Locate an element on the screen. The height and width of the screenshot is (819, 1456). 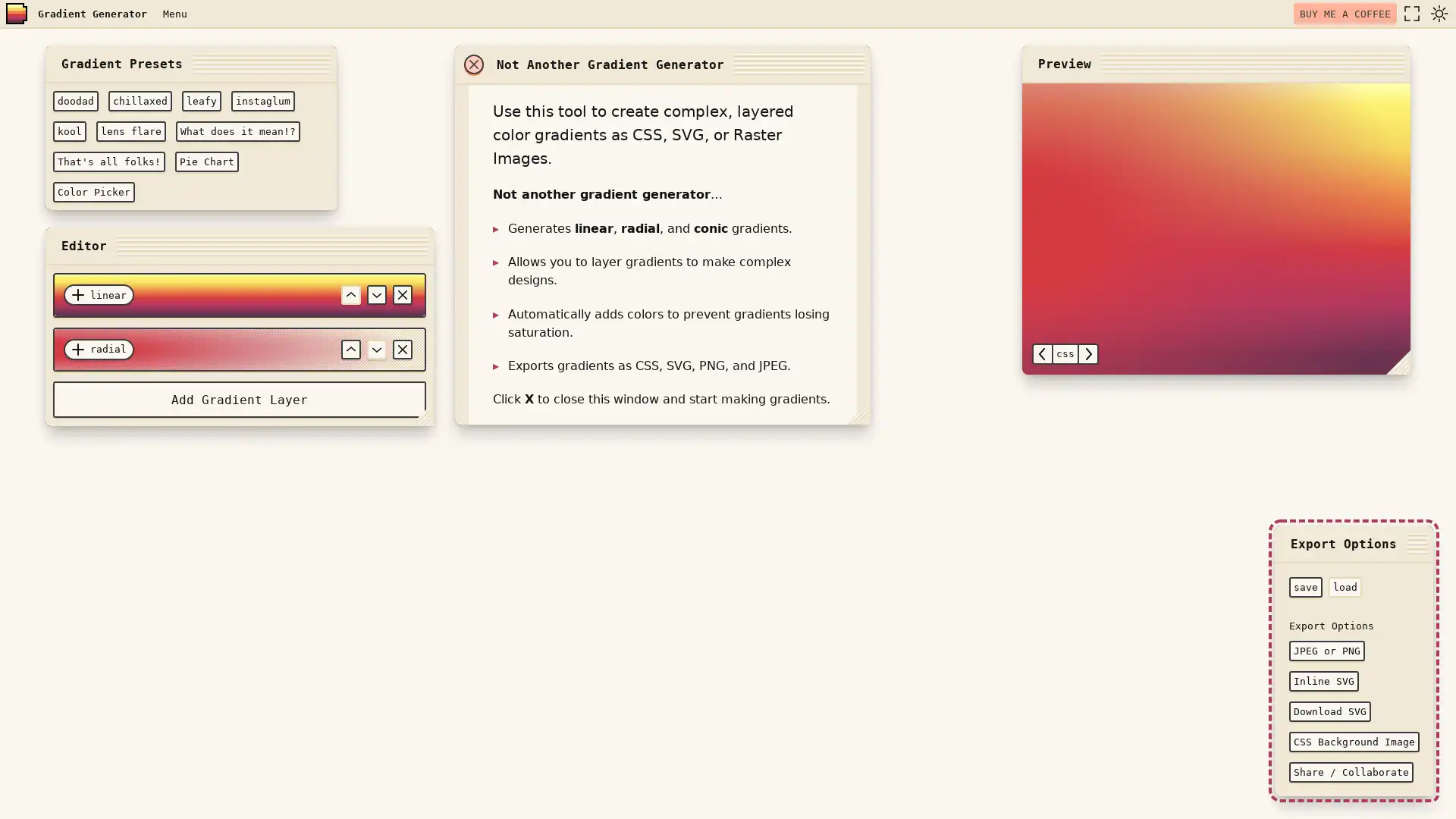
radial is located at coordinates (98, 348).